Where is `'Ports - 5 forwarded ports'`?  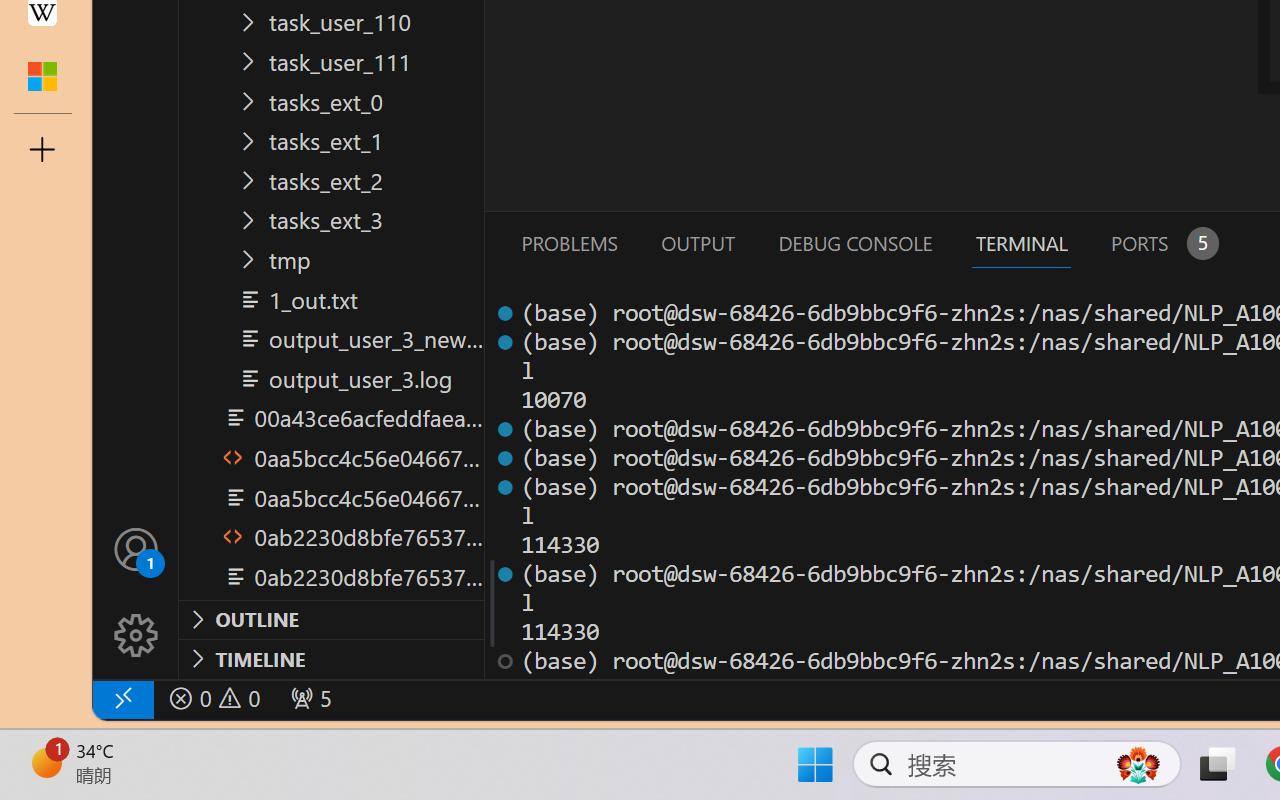 'Ports - 5 forwarded ports' is located at coordinates (1162, 242).